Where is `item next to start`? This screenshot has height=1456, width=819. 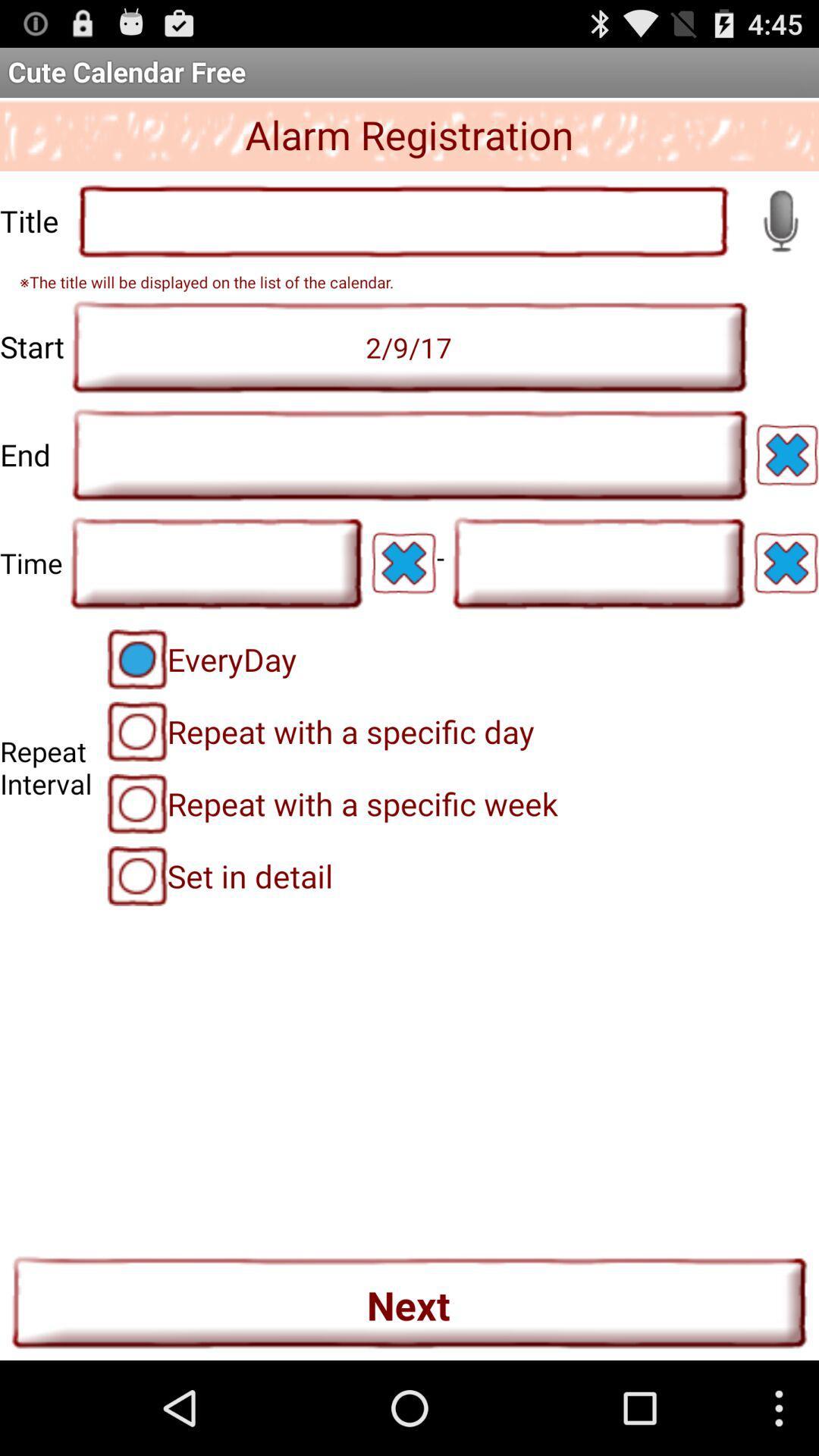 item next to start is located at coordinates (409, 346).